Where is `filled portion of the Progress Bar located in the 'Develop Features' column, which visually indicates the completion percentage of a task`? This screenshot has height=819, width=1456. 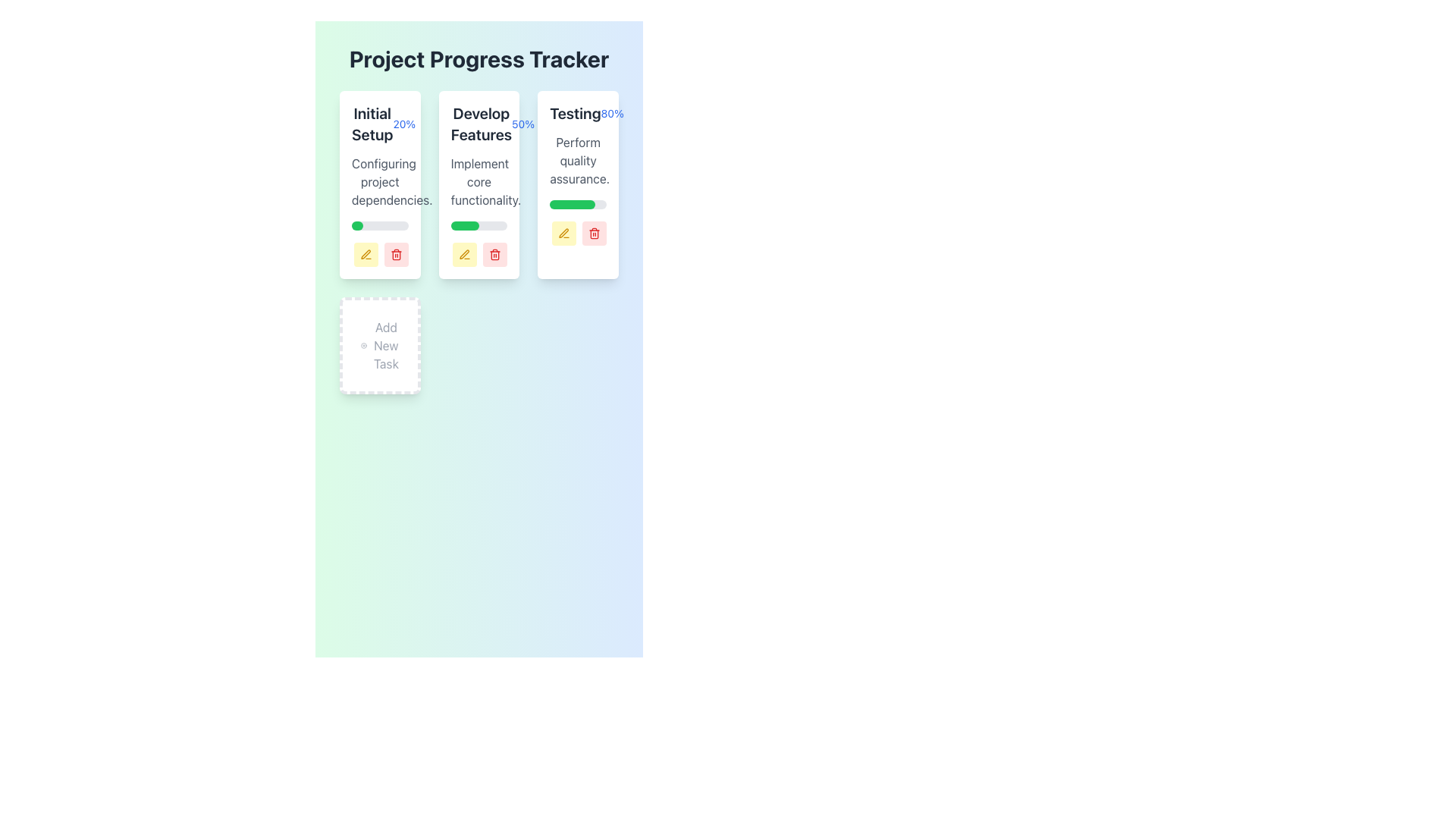 filled portion of the Progress Bar located in the 'Develop Features' column, which visually indicates the completion percentage of a task is located at coordinates (464, 225).